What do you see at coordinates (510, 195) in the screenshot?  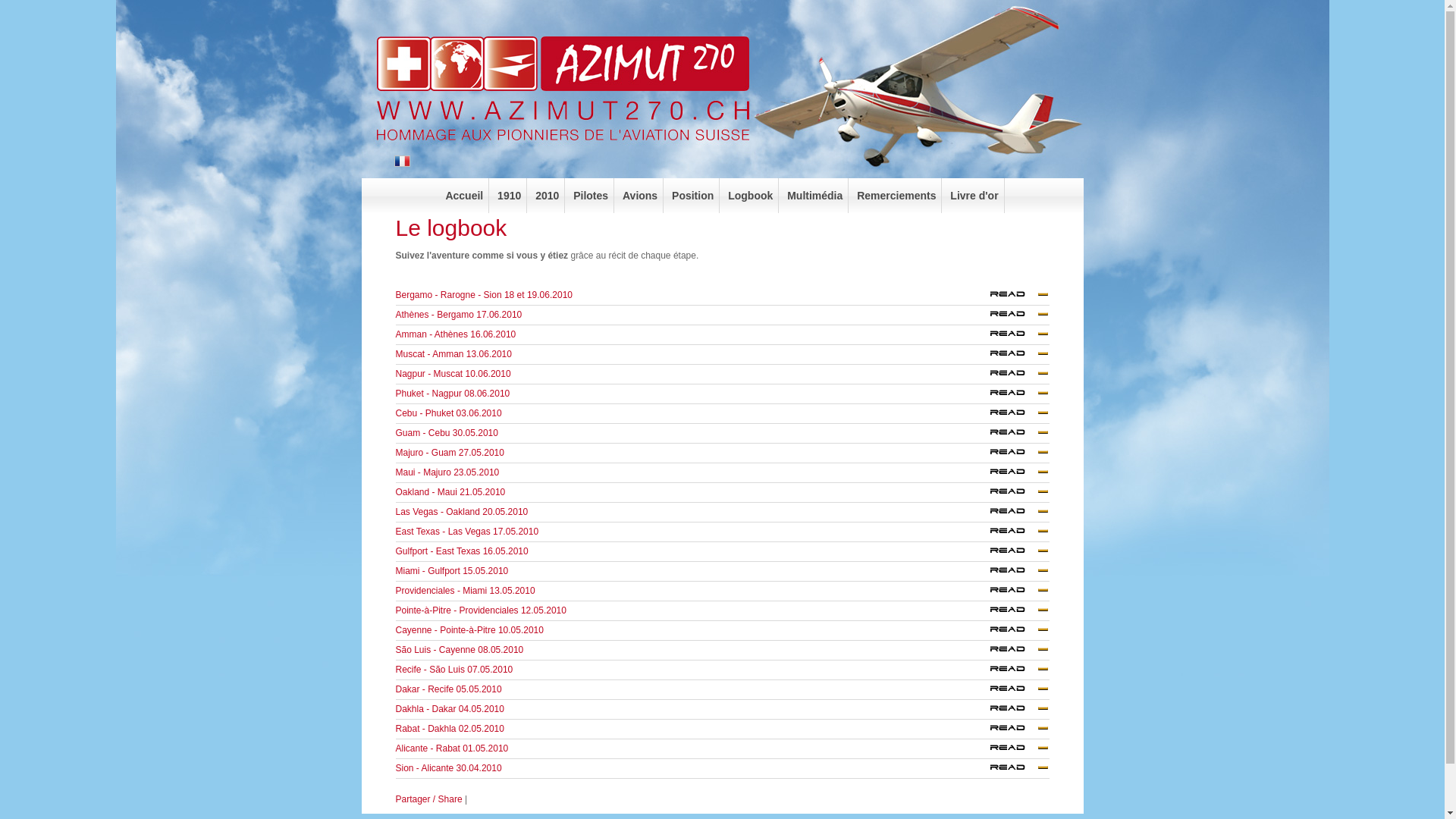 I see `'1910'` at bounding box center [510, 195].